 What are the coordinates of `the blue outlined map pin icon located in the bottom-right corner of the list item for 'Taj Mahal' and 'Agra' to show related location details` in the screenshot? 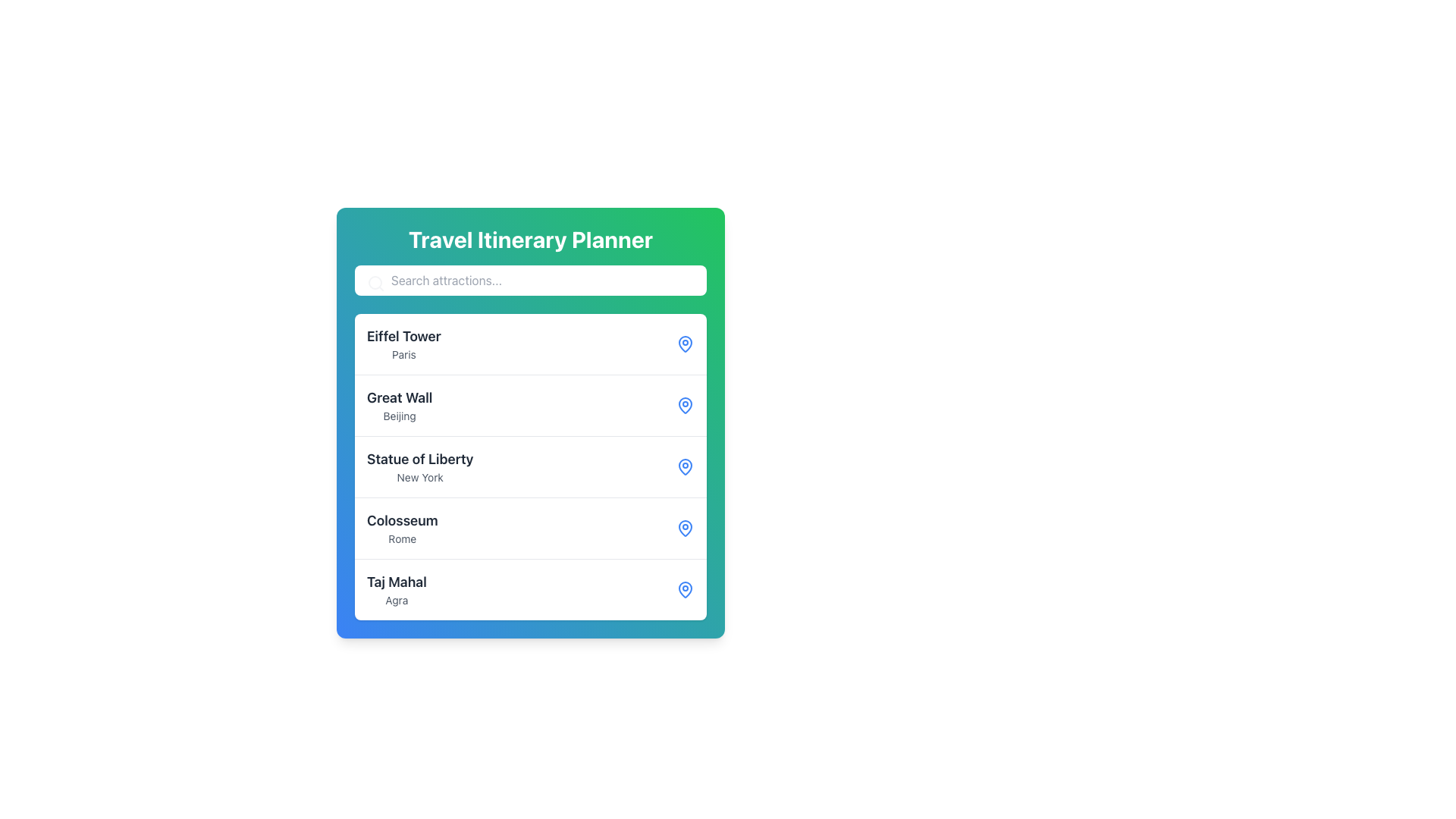 It's located at (684, 589).